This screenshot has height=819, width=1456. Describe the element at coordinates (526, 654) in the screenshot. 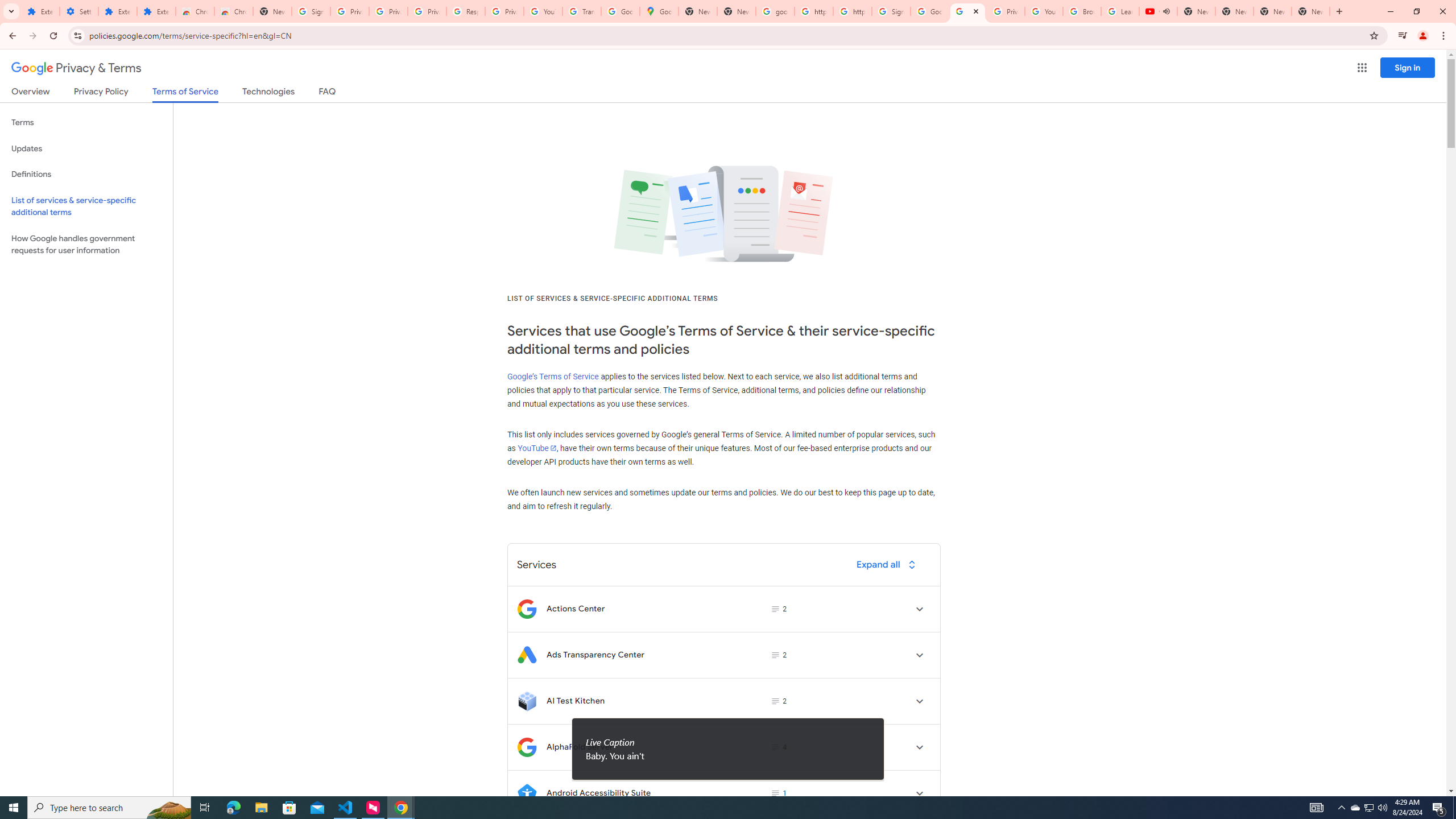

I see `'Logo for Ads Transparency Center'` at that location.